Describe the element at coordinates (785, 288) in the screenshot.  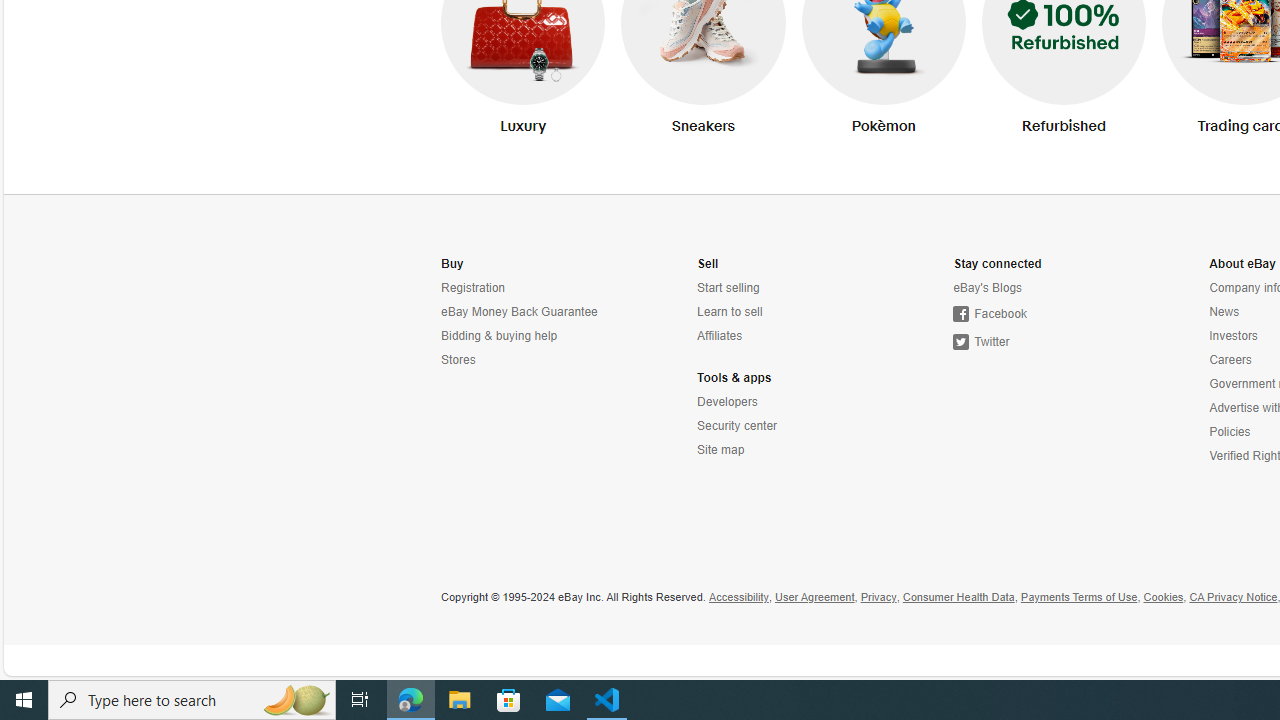
I see `'Start selling'` at that location.